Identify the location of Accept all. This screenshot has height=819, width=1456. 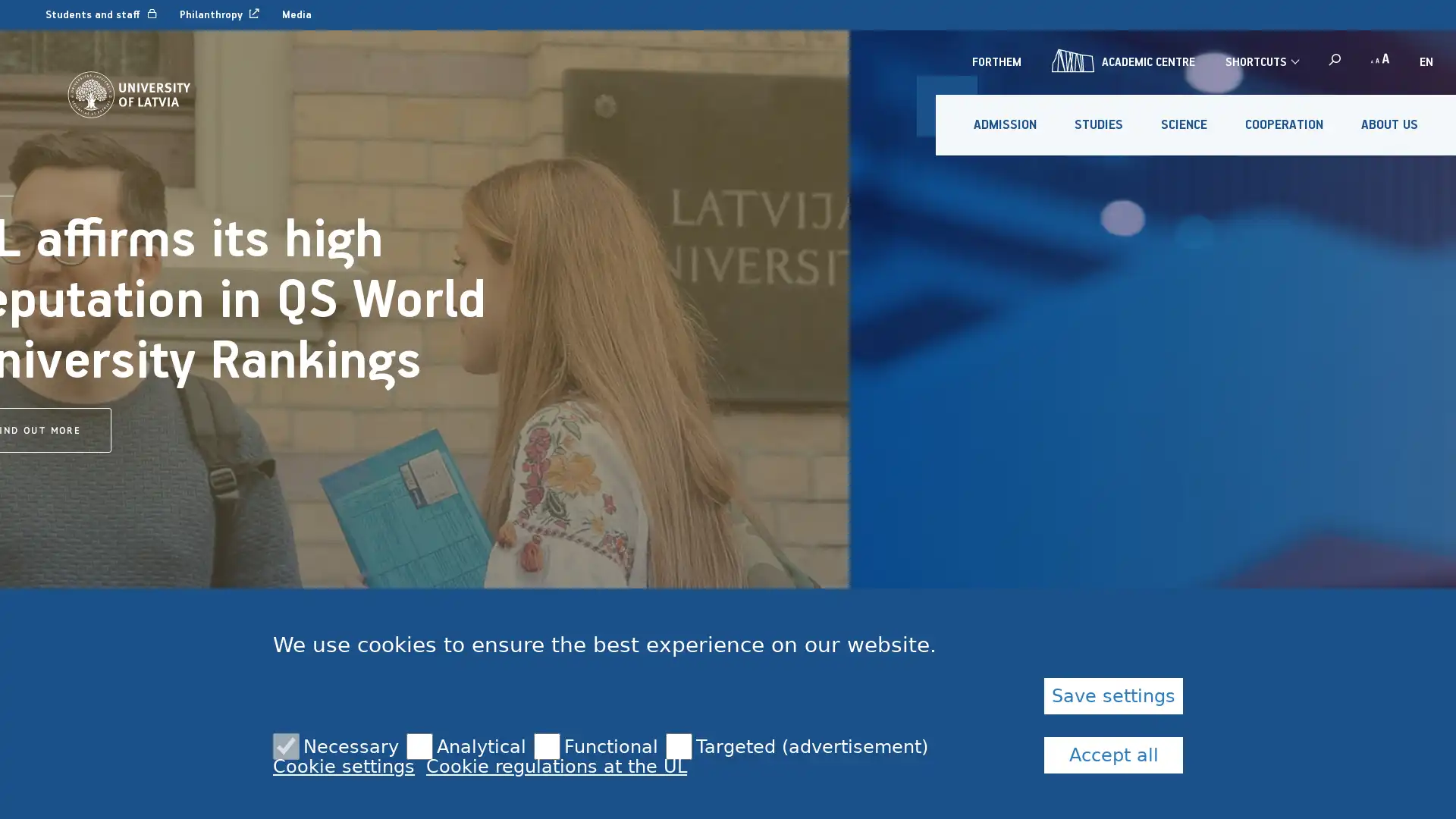
(1113, 755).